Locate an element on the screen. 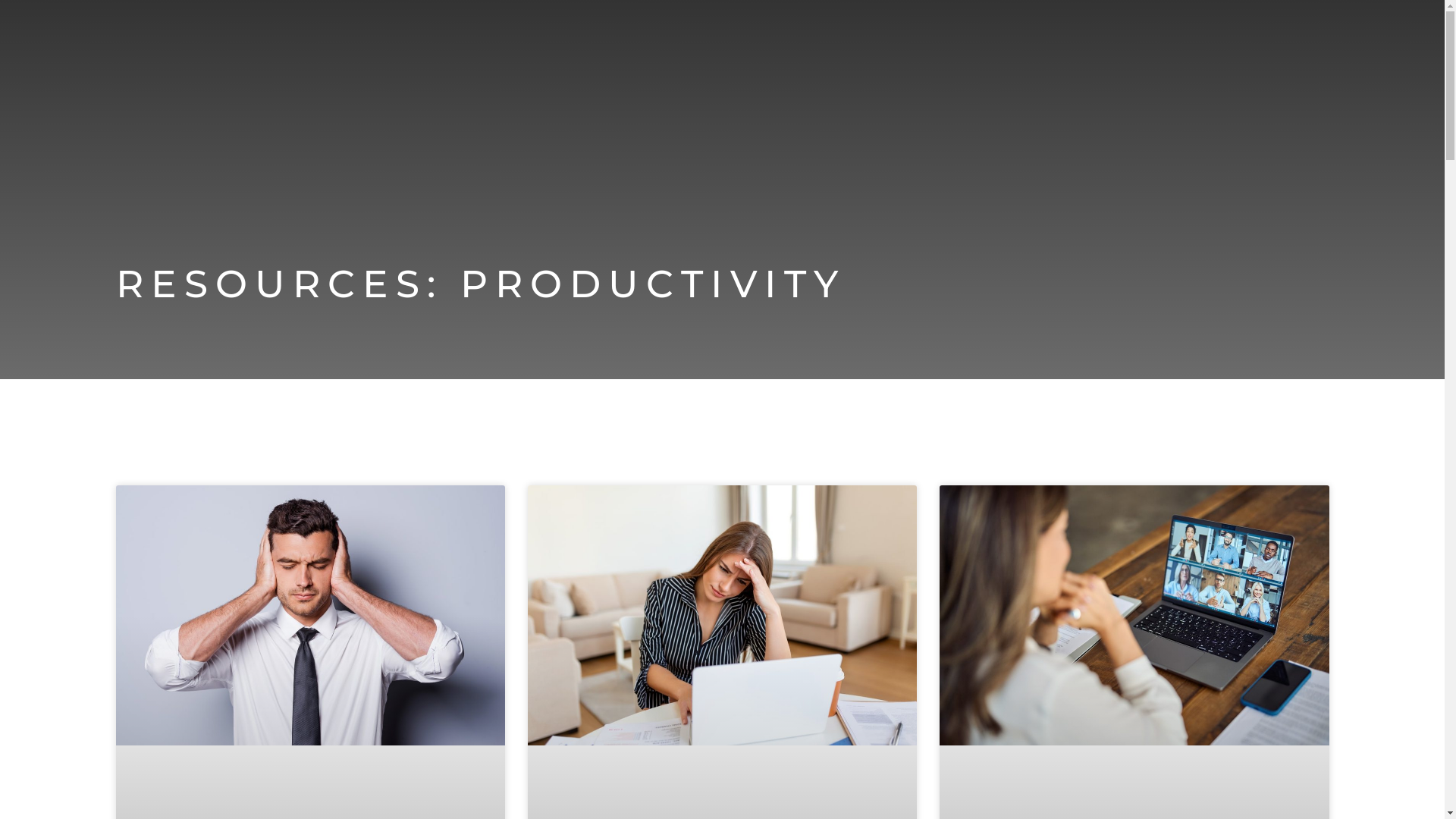  'Skip to content' is located at coordinates (11, 32).